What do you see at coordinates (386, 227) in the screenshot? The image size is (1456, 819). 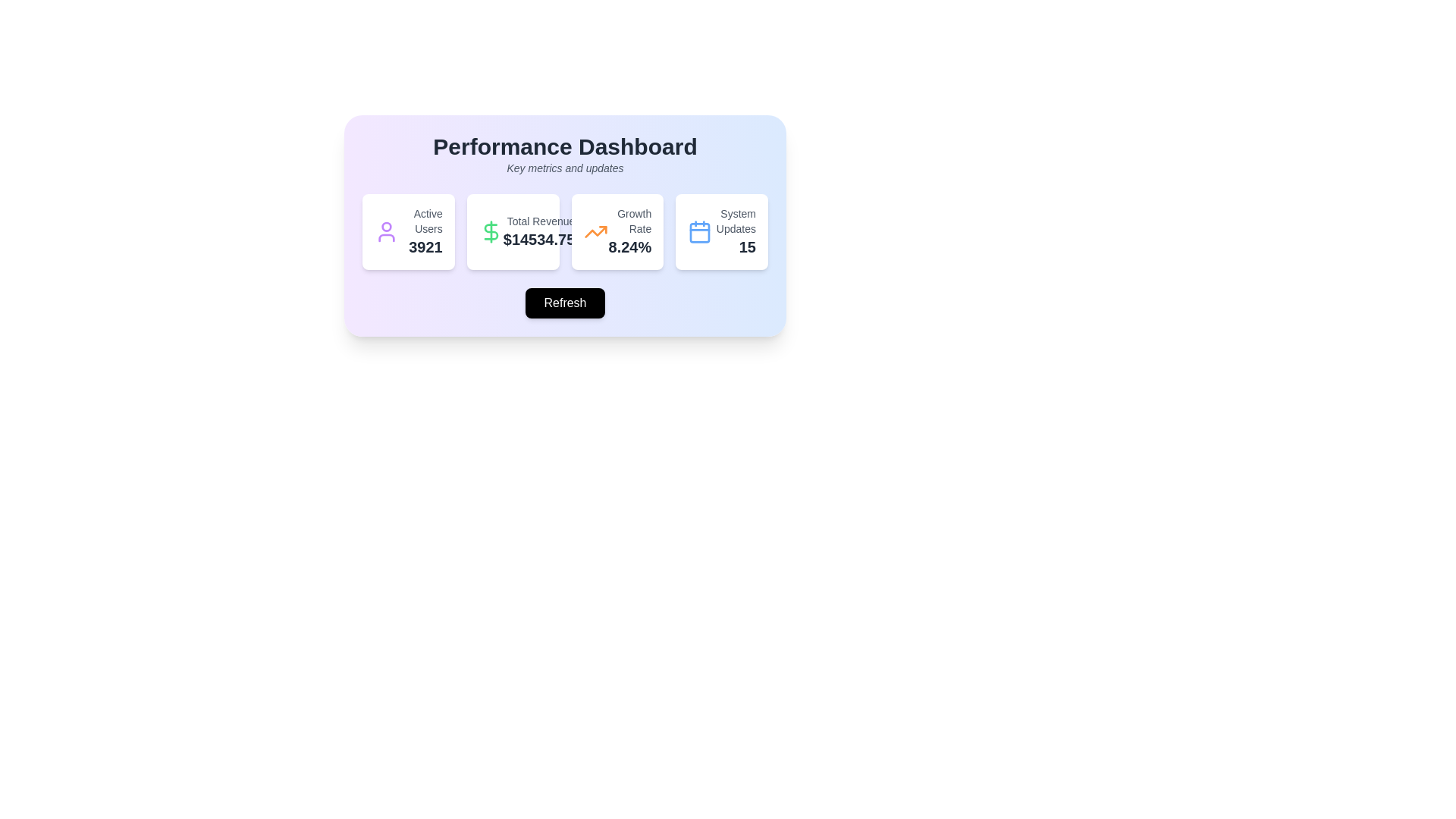 I see `the circular graphical component located in the upper part of the user icon graphic on the leftmost card displaying 'Active Users' statistics` at bounding box center [386, 227].